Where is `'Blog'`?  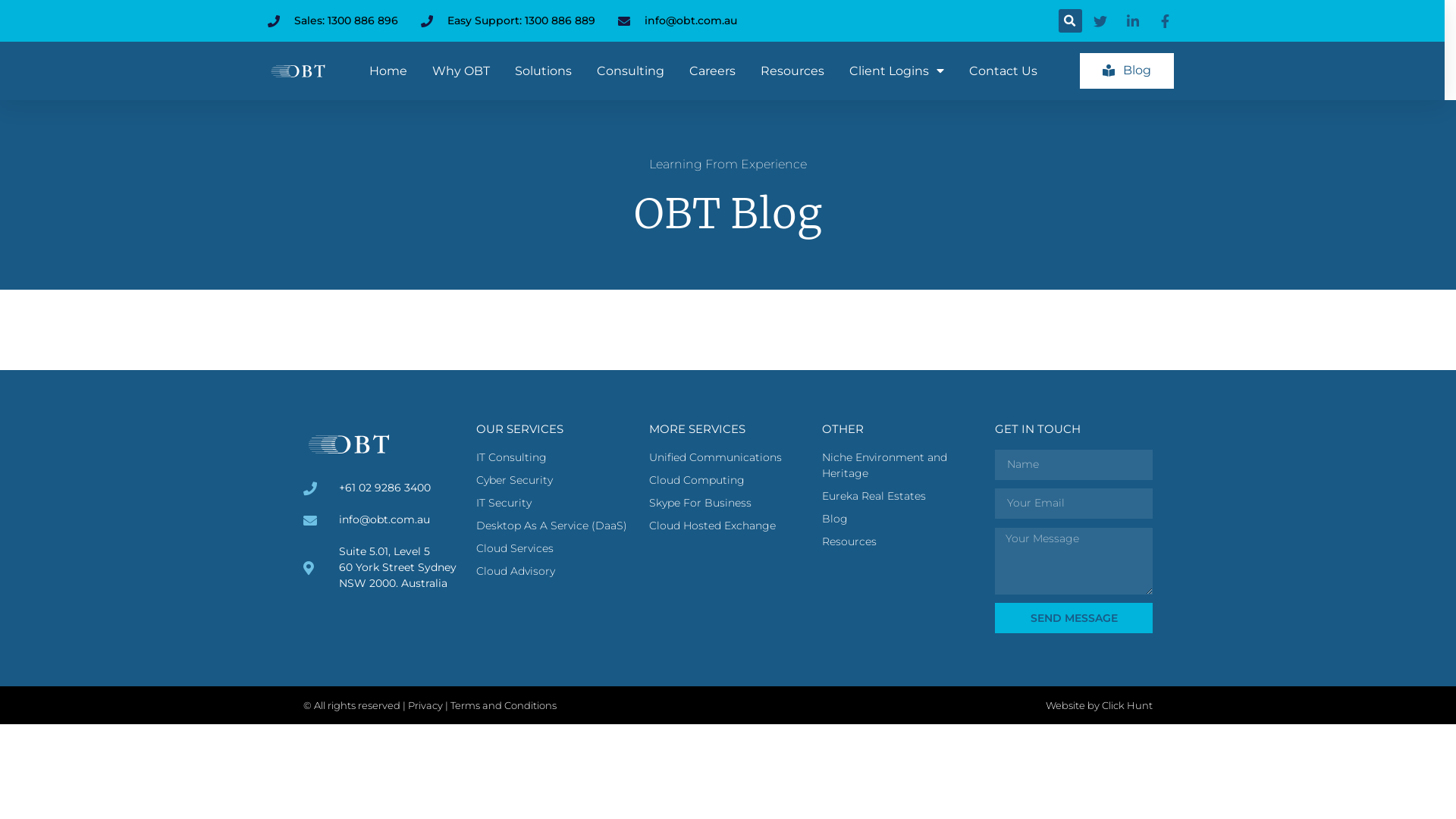 'Blog' is located at coordinates (901, 518).